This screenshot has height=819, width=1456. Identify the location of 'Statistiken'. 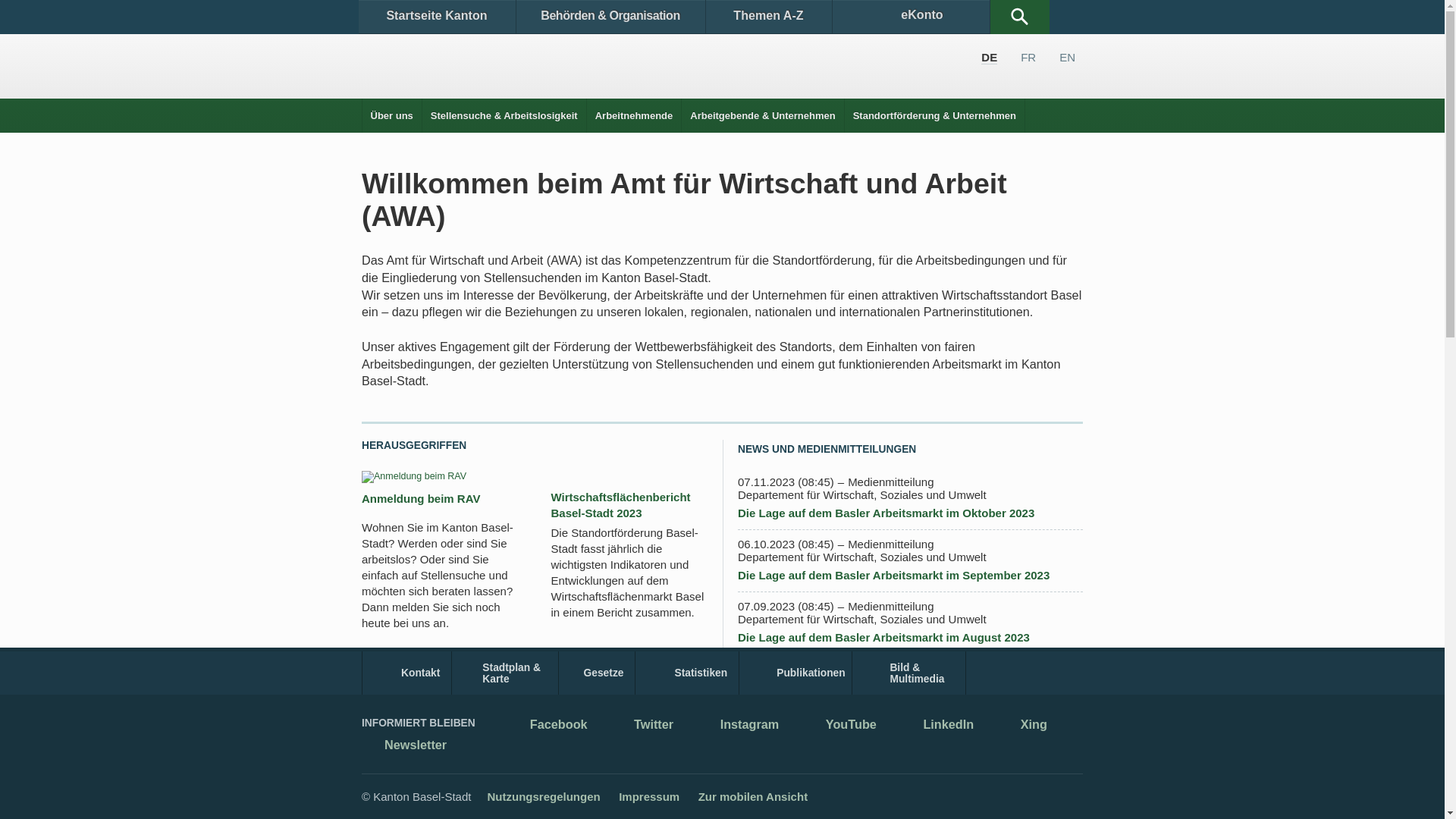
(686, 672).